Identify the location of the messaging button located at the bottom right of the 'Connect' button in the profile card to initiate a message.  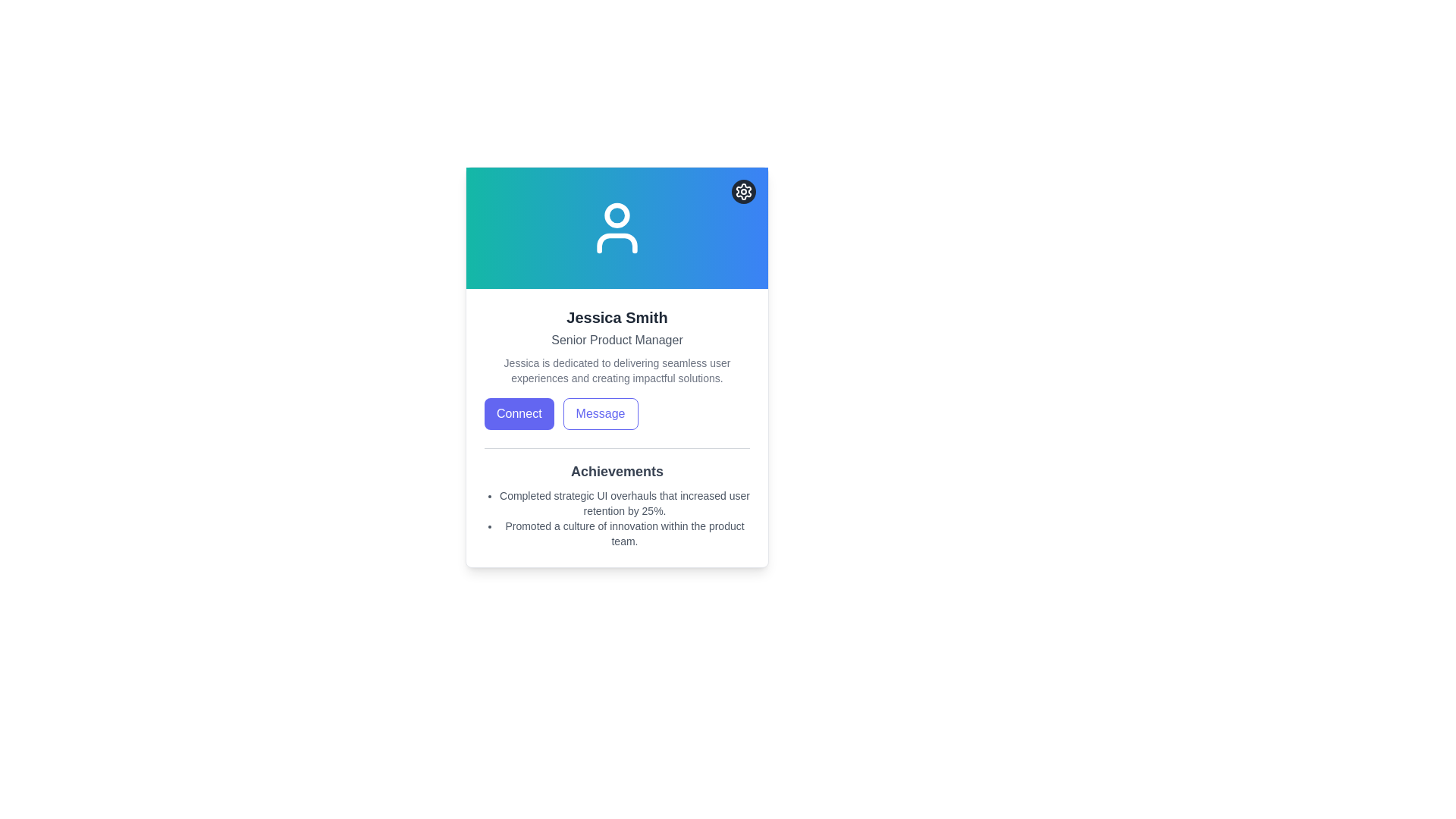
(617, 428).